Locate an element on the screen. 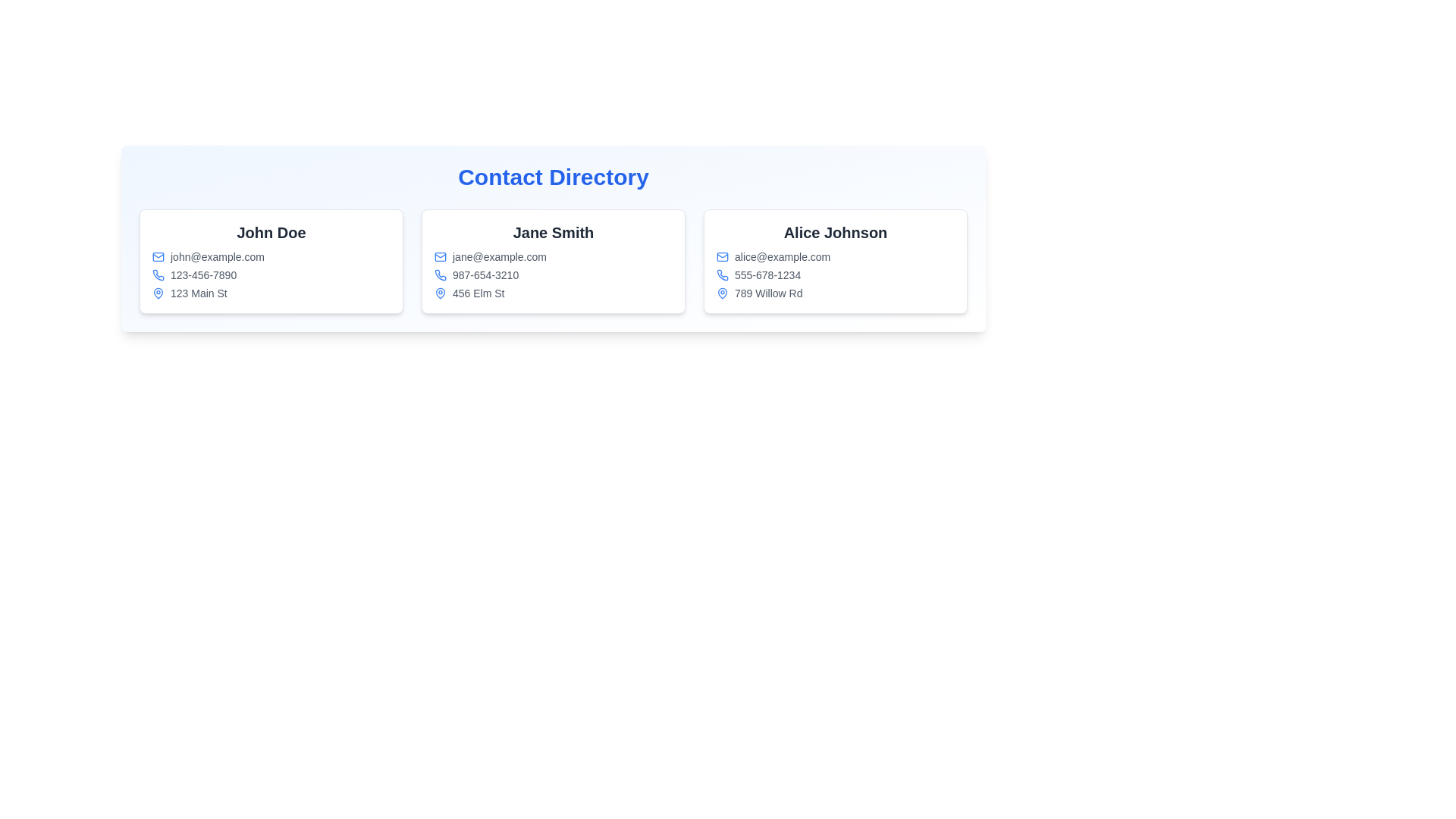  the heading displaying 'Alice Johnson' is located at coordinates (835, 233).